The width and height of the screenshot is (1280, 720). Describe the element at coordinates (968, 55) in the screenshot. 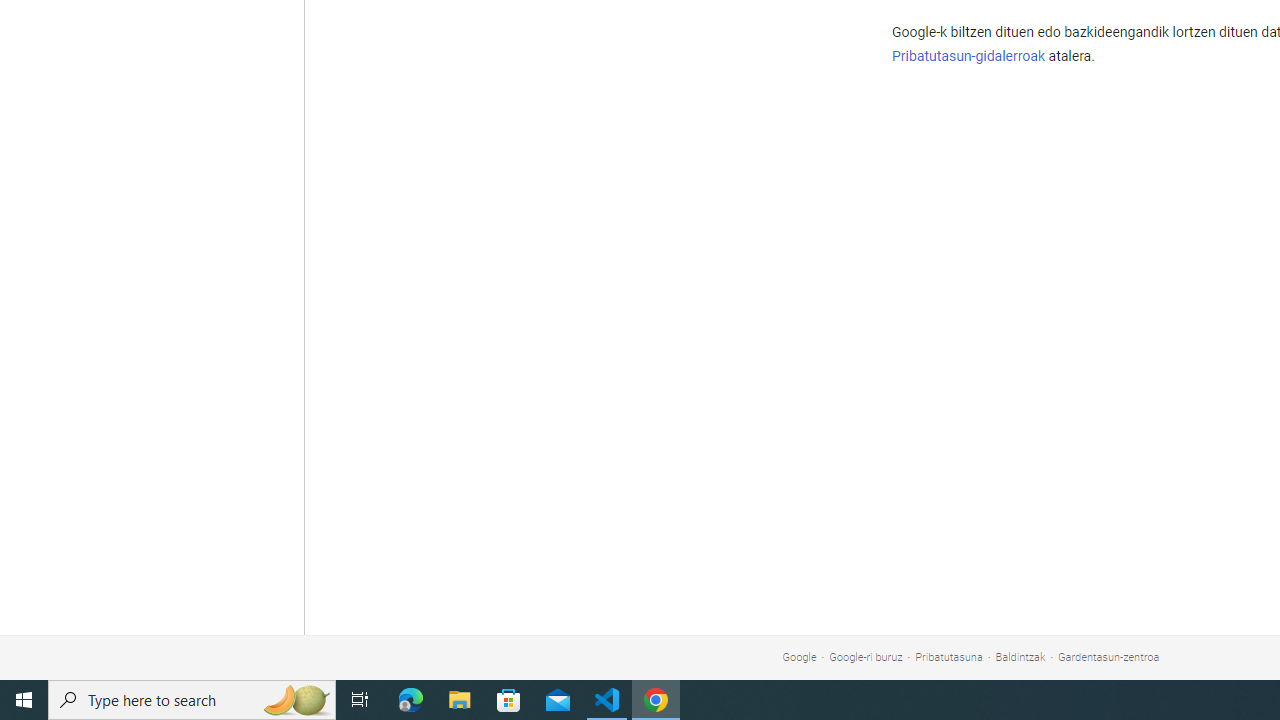

I see `'Pribatutasun-gidalerroak'` at that location.